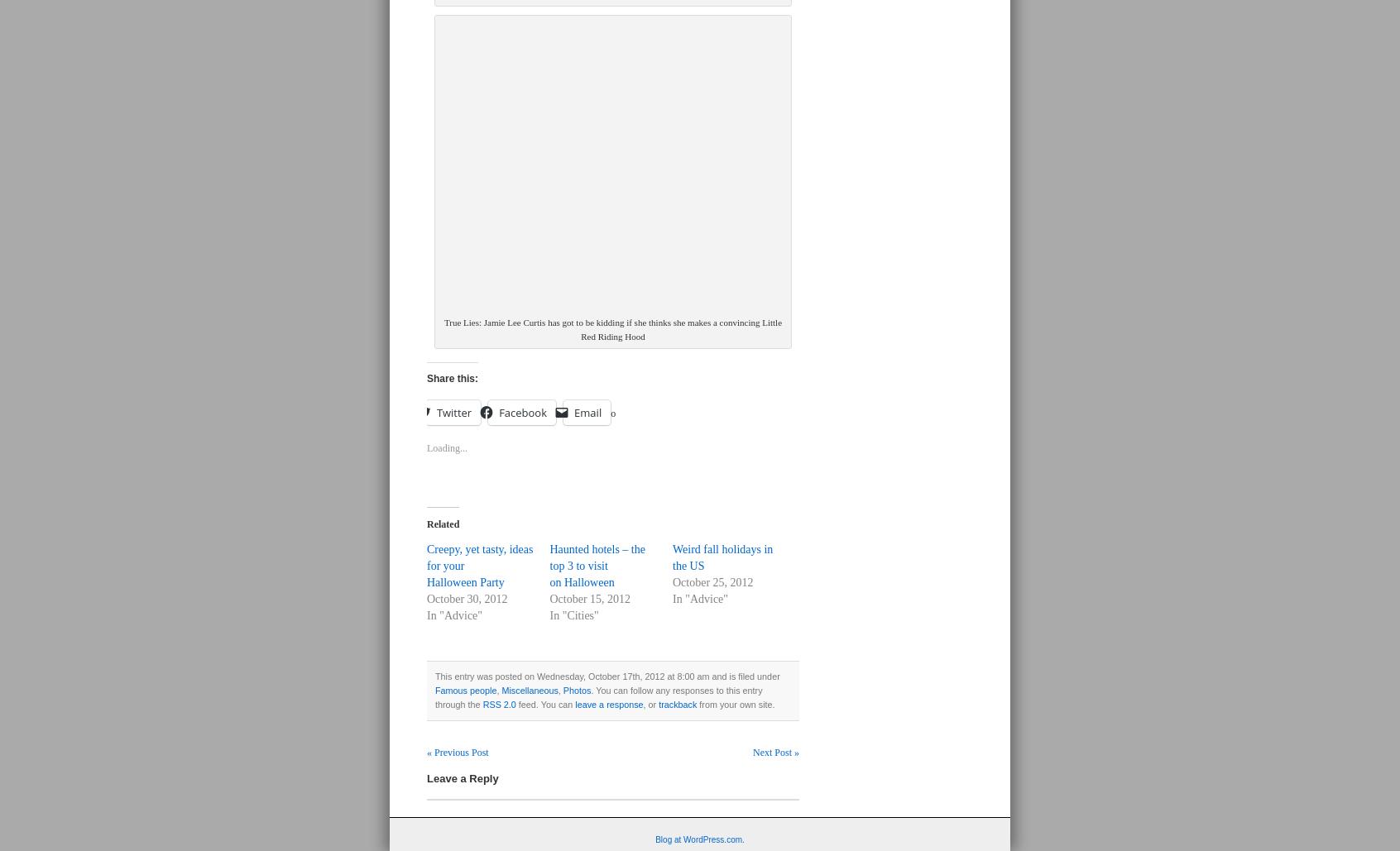 The width and height of the screenshot is (1400, 851). I want to click on 'Related', so click(443, 524).